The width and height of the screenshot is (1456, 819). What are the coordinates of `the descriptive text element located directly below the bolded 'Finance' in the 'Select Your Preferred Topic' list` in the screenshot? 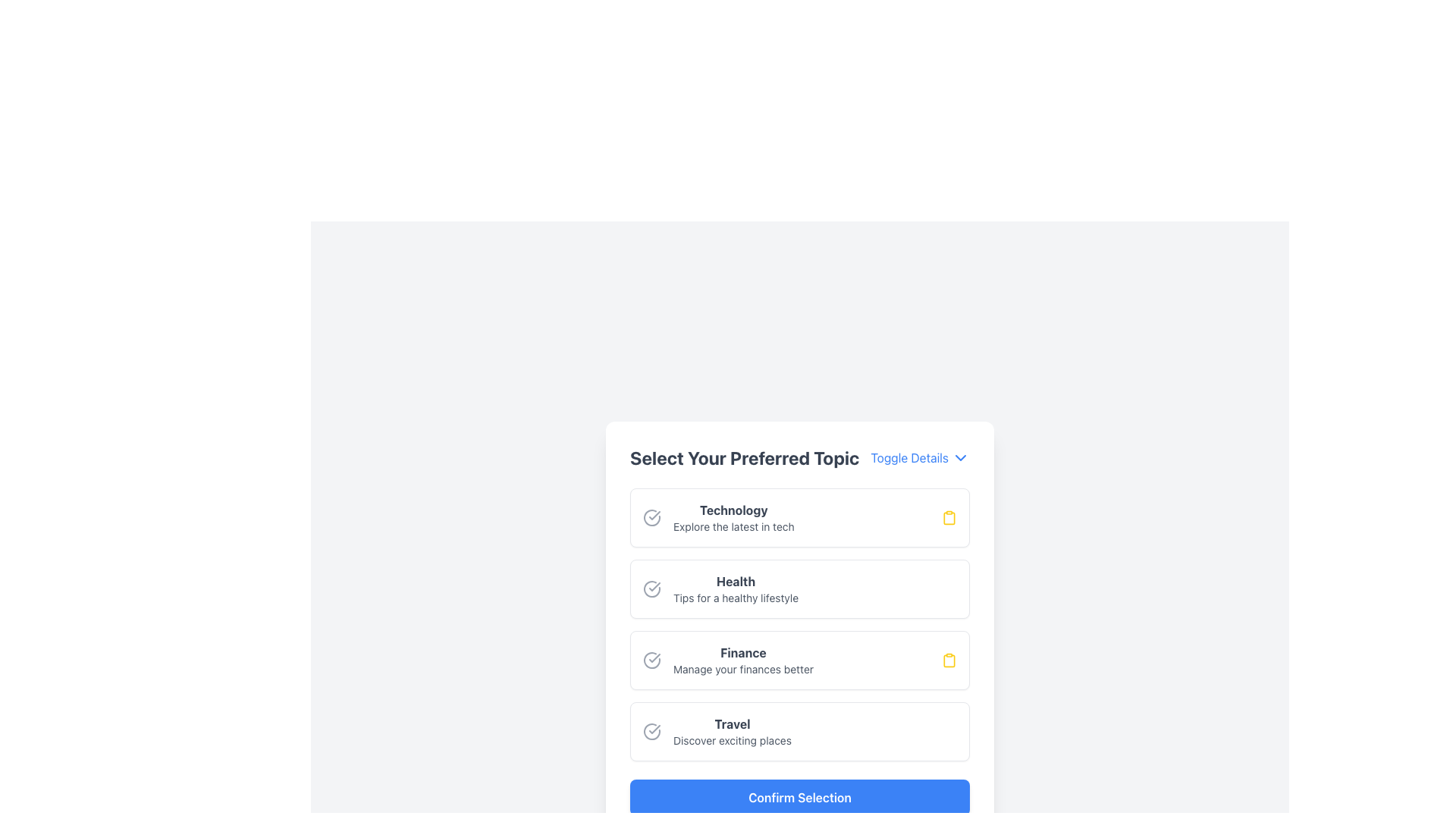 It's located at (743, 669).